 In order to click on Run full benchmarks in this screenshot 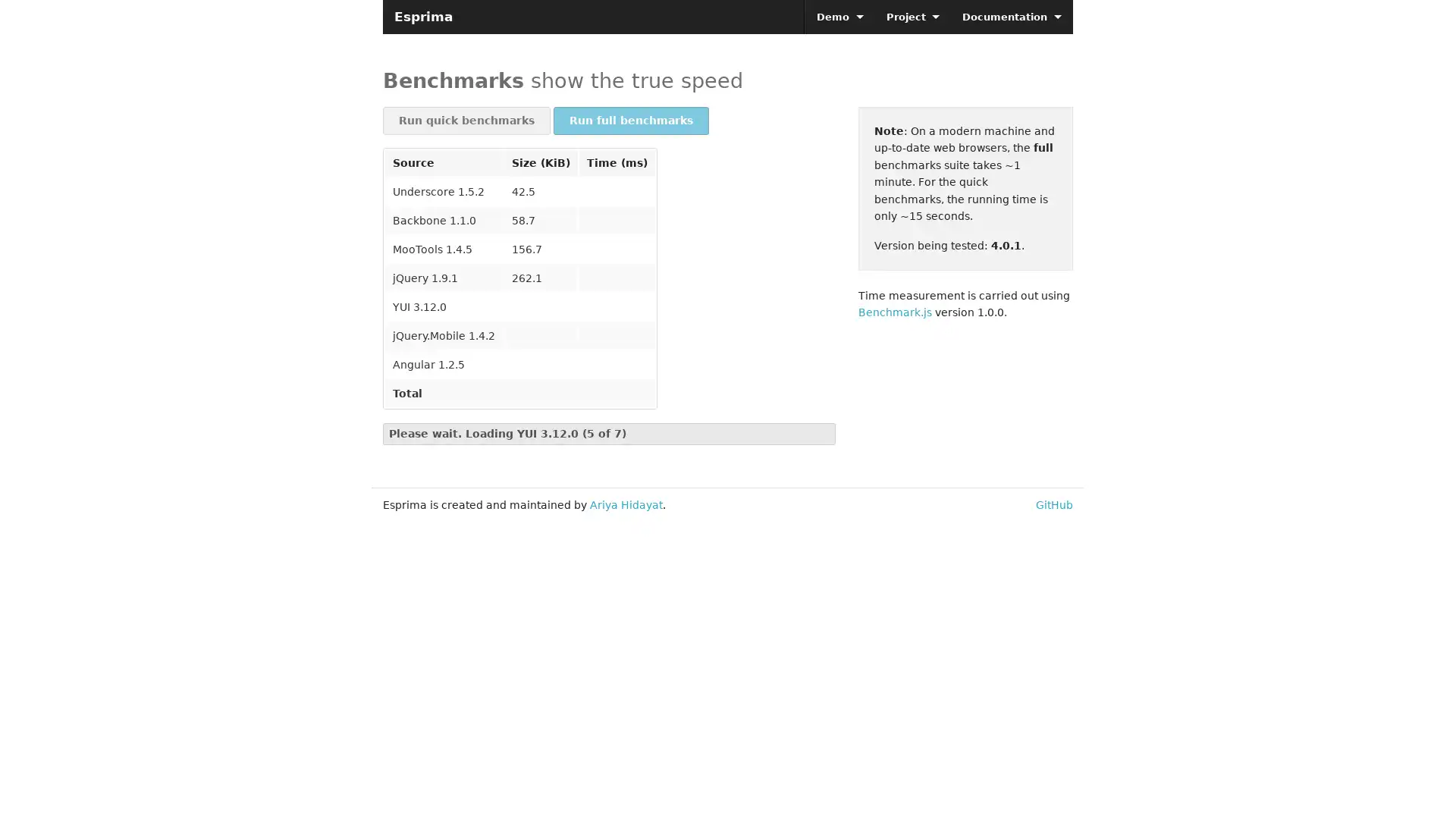, I will do `click(631, 120)`.